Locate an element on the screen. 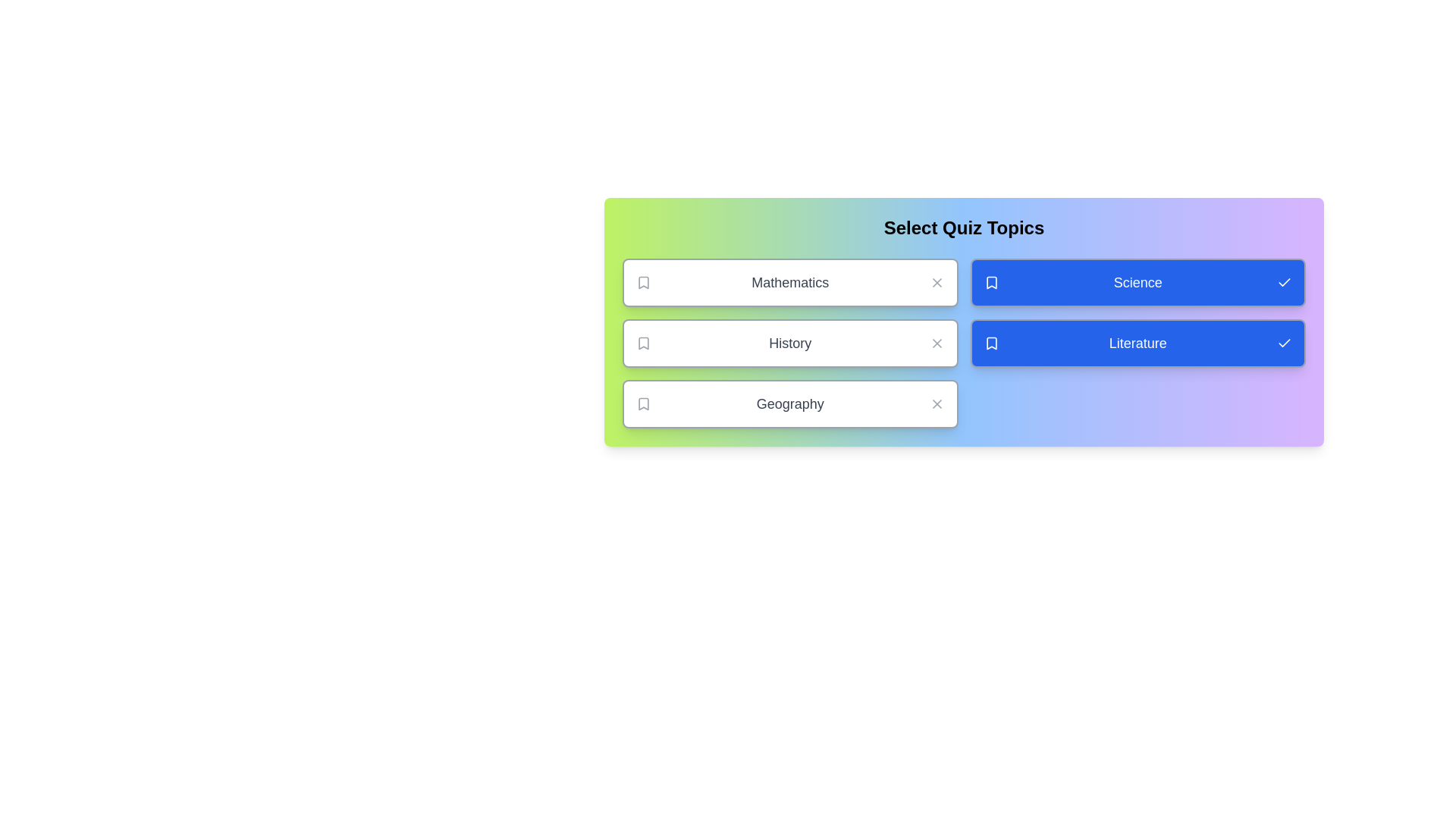 This screenshot has width=1456, height=819. the topic History by clicking on its card is located at coordinates (789, 343).